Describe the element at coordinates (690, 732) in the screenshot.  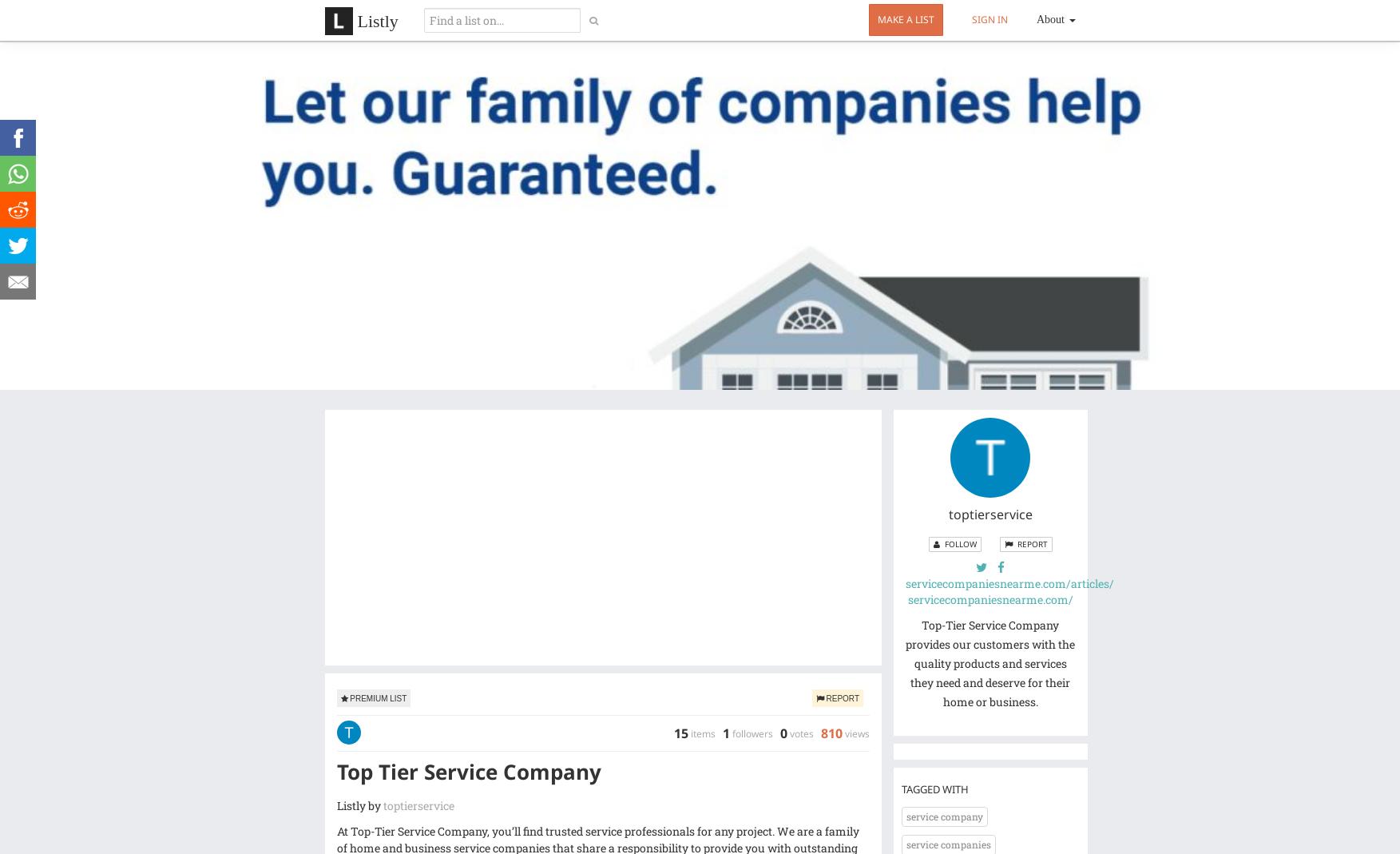
I see `'items'` at that location.